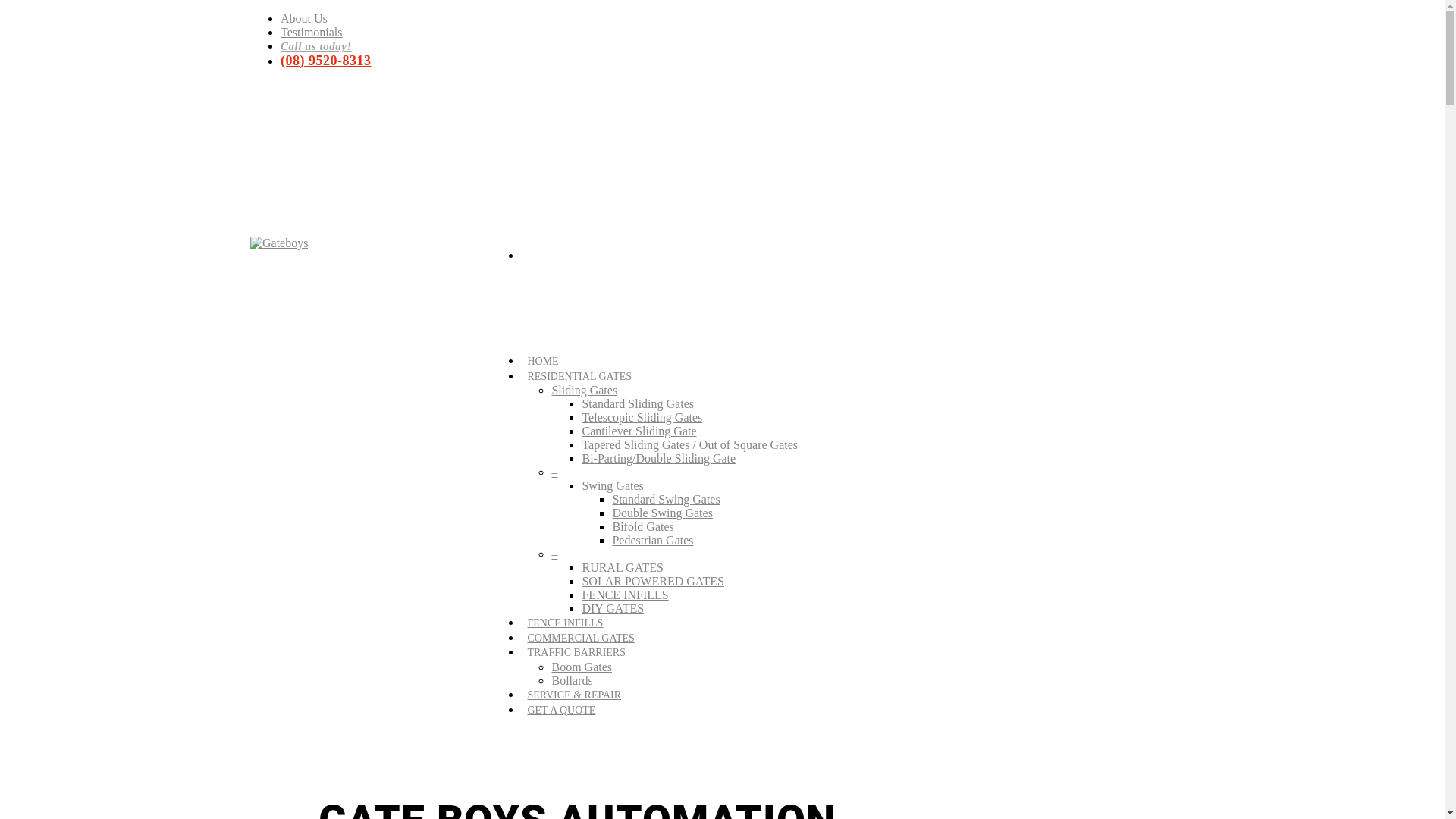  Describe the element at coordinates (689, 444) in the screenshot. I see `'Tapered Sliding Gates / Out of Square Gates'` at that location.